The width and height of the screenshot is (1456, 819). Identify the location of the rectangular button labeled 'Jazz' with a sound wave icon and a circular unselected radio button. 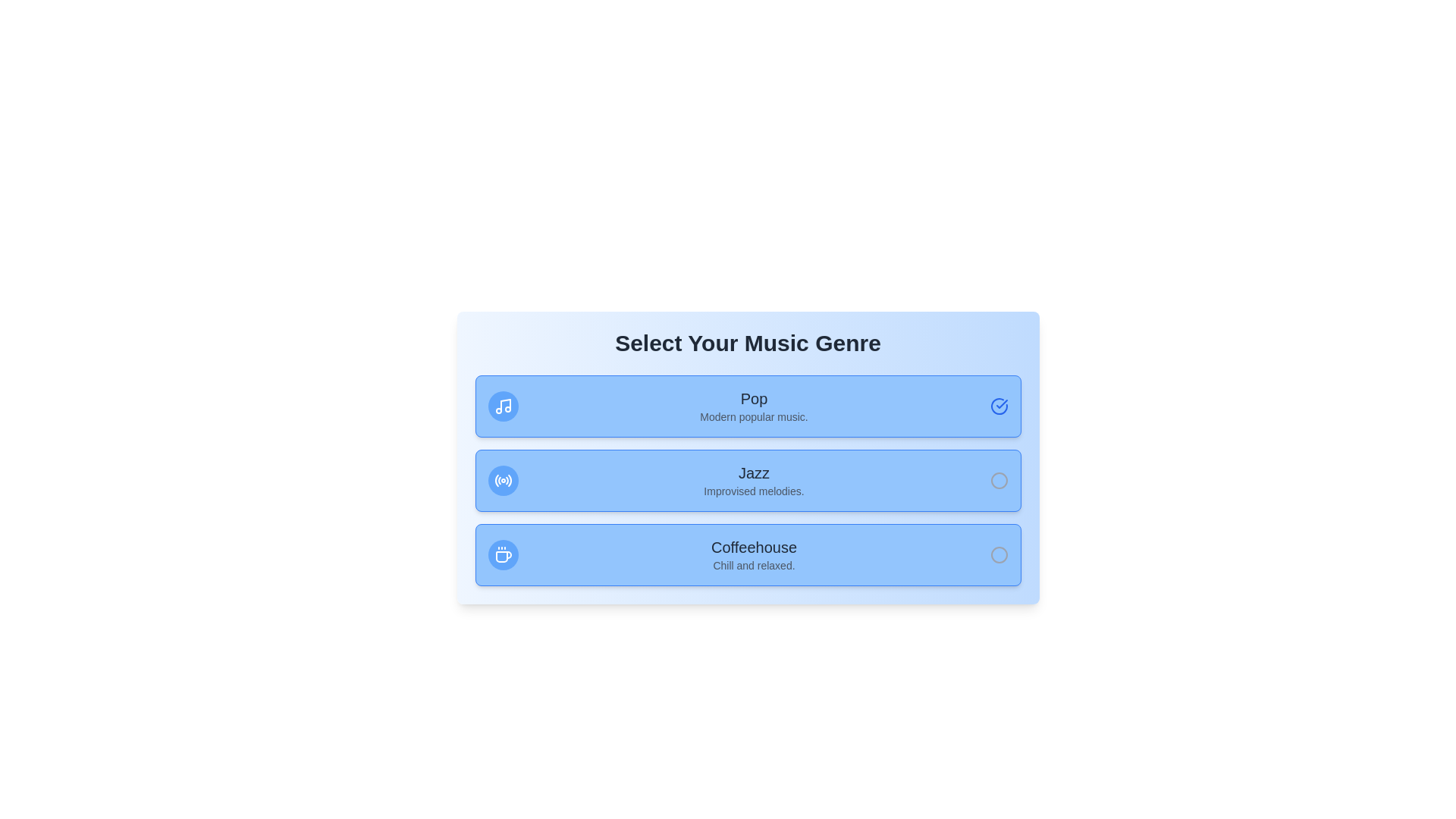
(748, 480).